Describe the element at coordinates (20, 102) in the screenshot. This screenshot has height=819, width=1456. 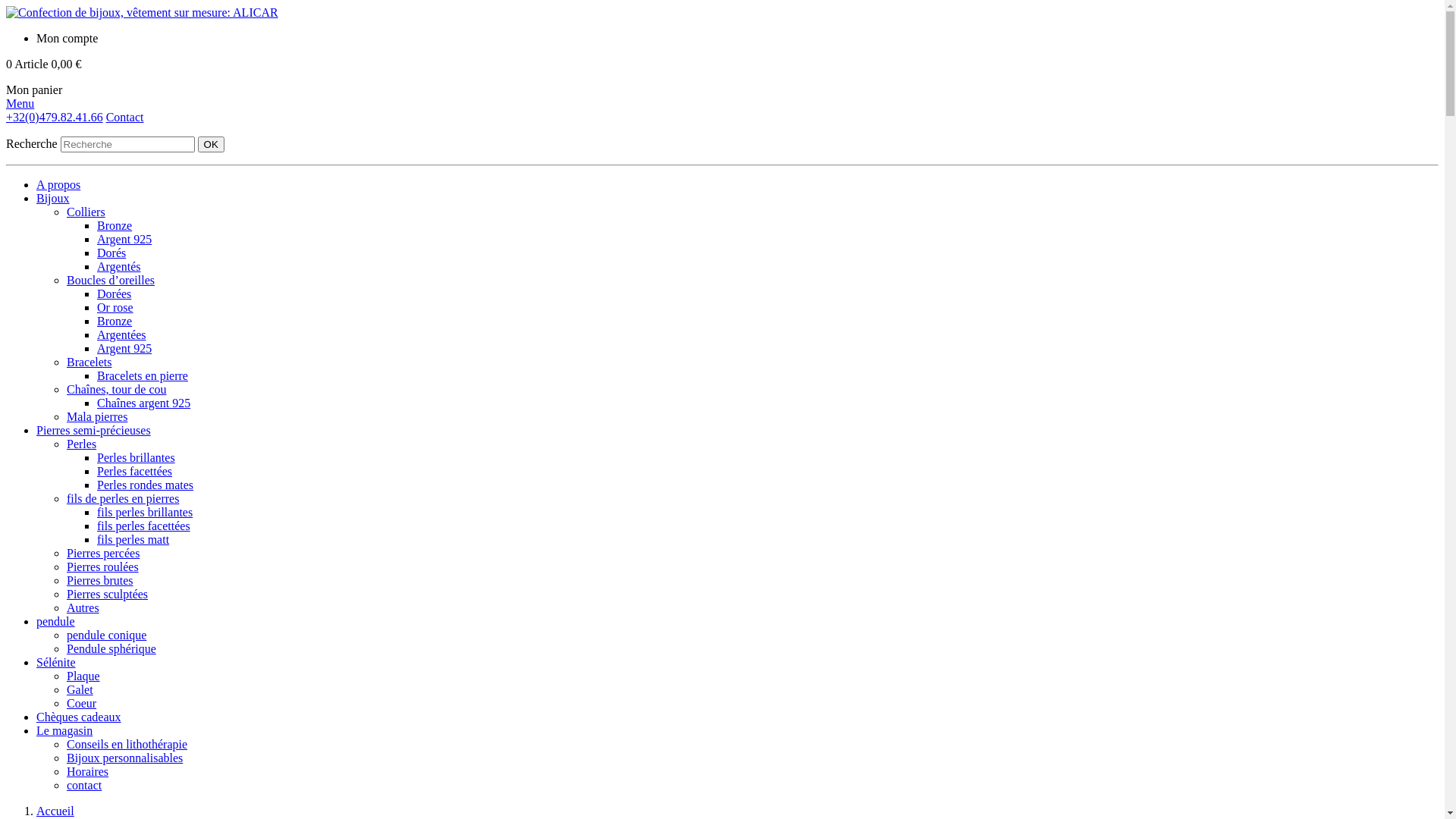
I see `'Menu'` at that location.